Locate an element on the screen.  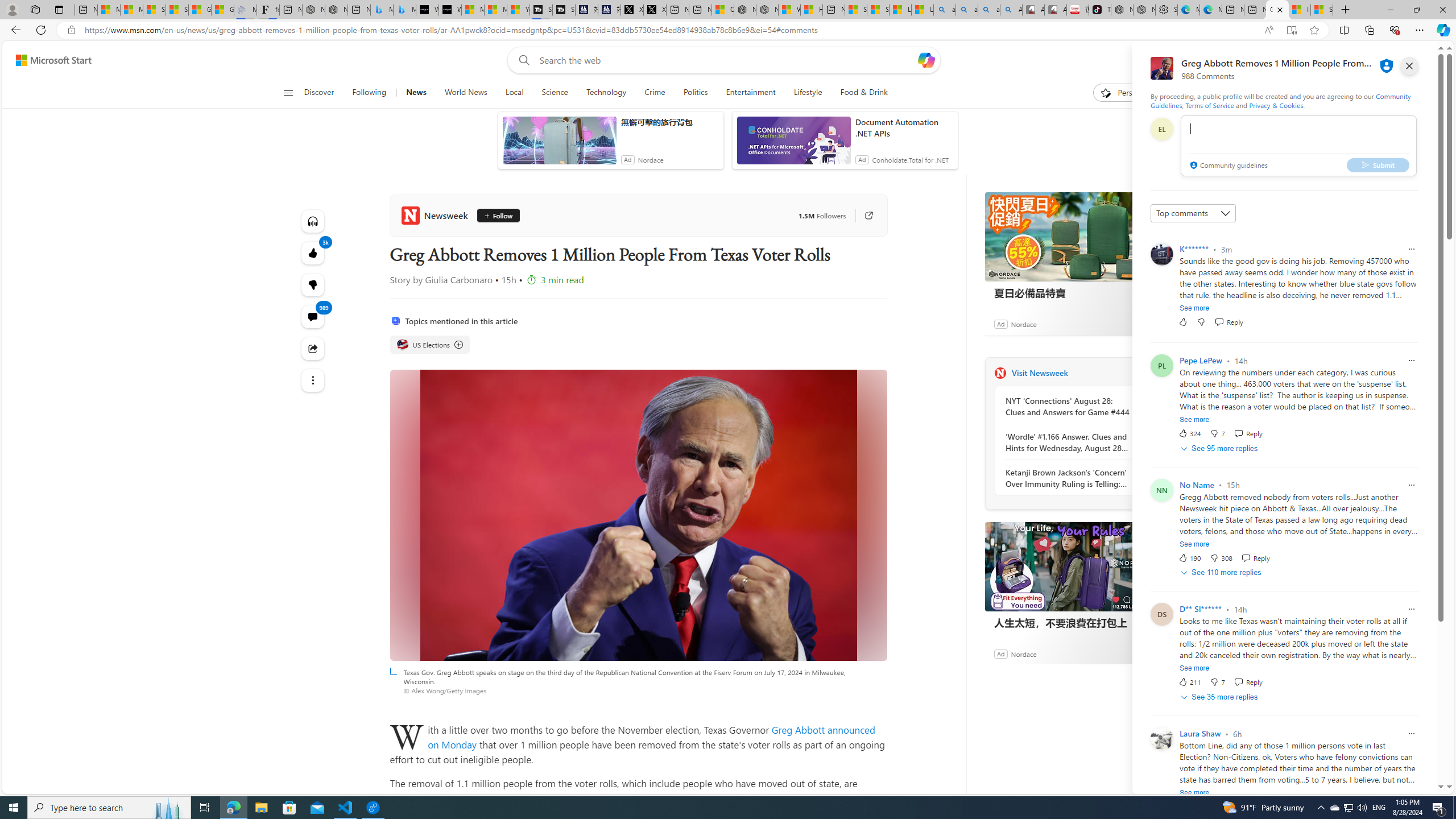
'anim-content' is located at coordinates (793, 144).